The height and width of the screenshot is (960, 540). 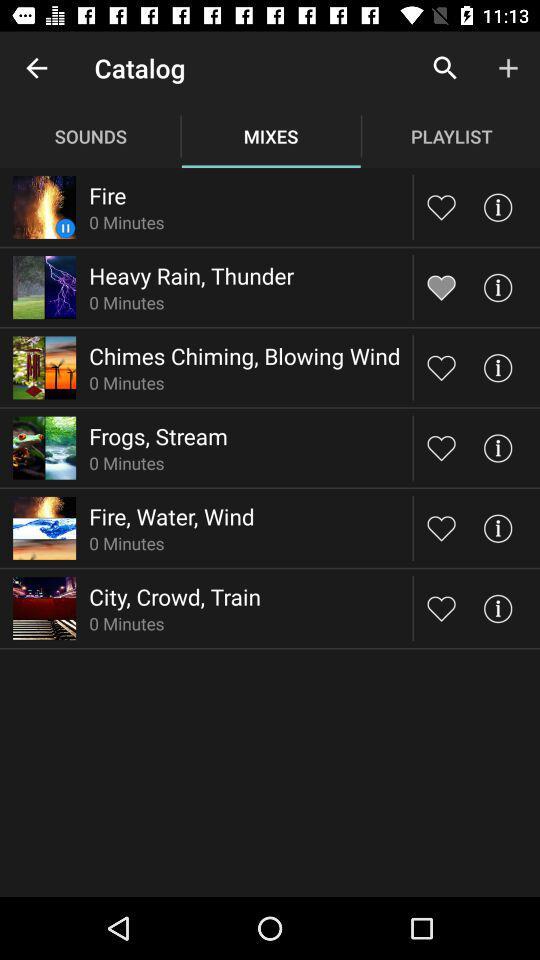 I want to click on get information, so click(x=496, y=607).